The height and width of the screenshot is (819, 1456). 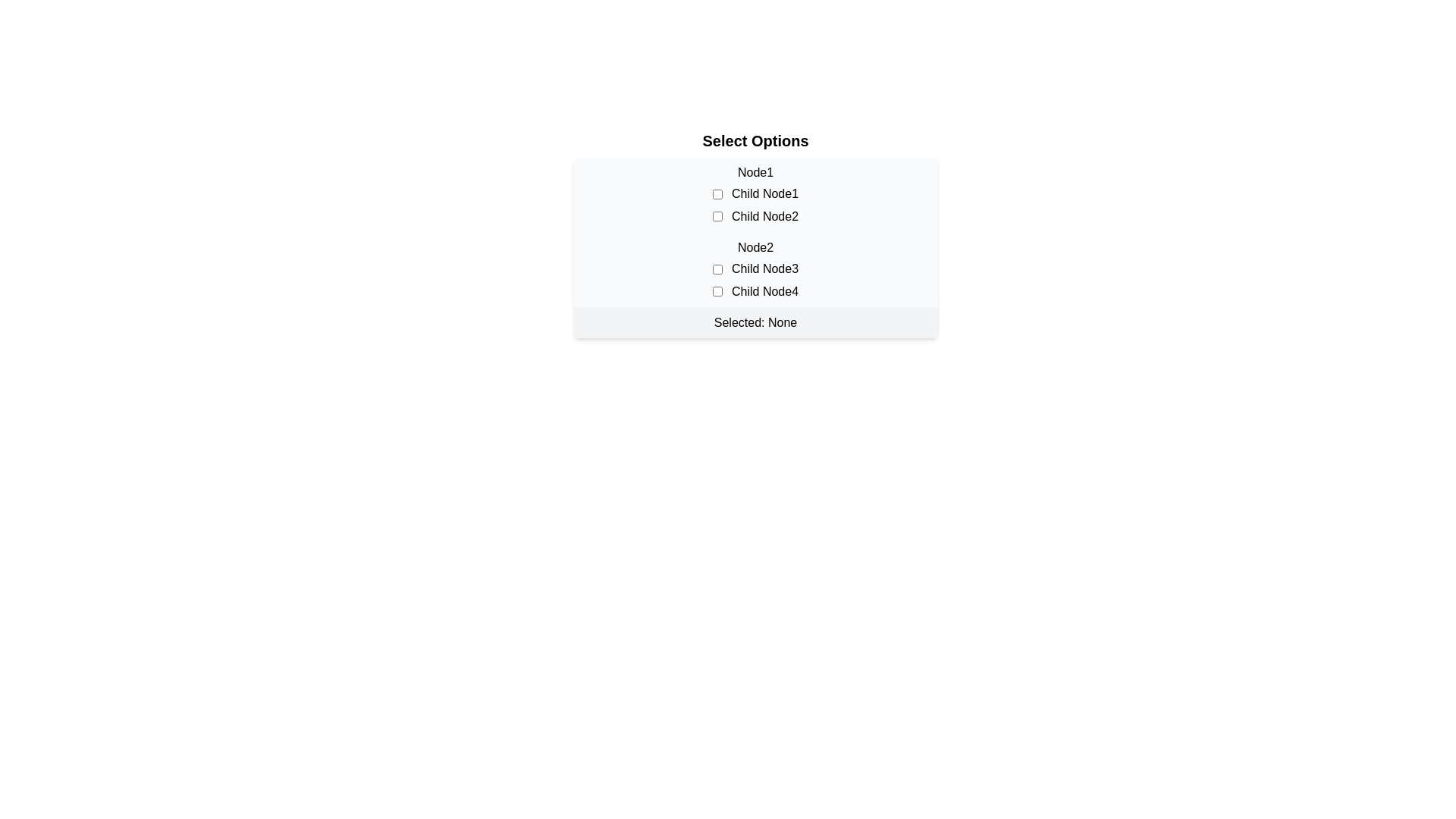 I want to click on the checkboxes in the List section labeled 'Node2', so click(x=755, y=269).